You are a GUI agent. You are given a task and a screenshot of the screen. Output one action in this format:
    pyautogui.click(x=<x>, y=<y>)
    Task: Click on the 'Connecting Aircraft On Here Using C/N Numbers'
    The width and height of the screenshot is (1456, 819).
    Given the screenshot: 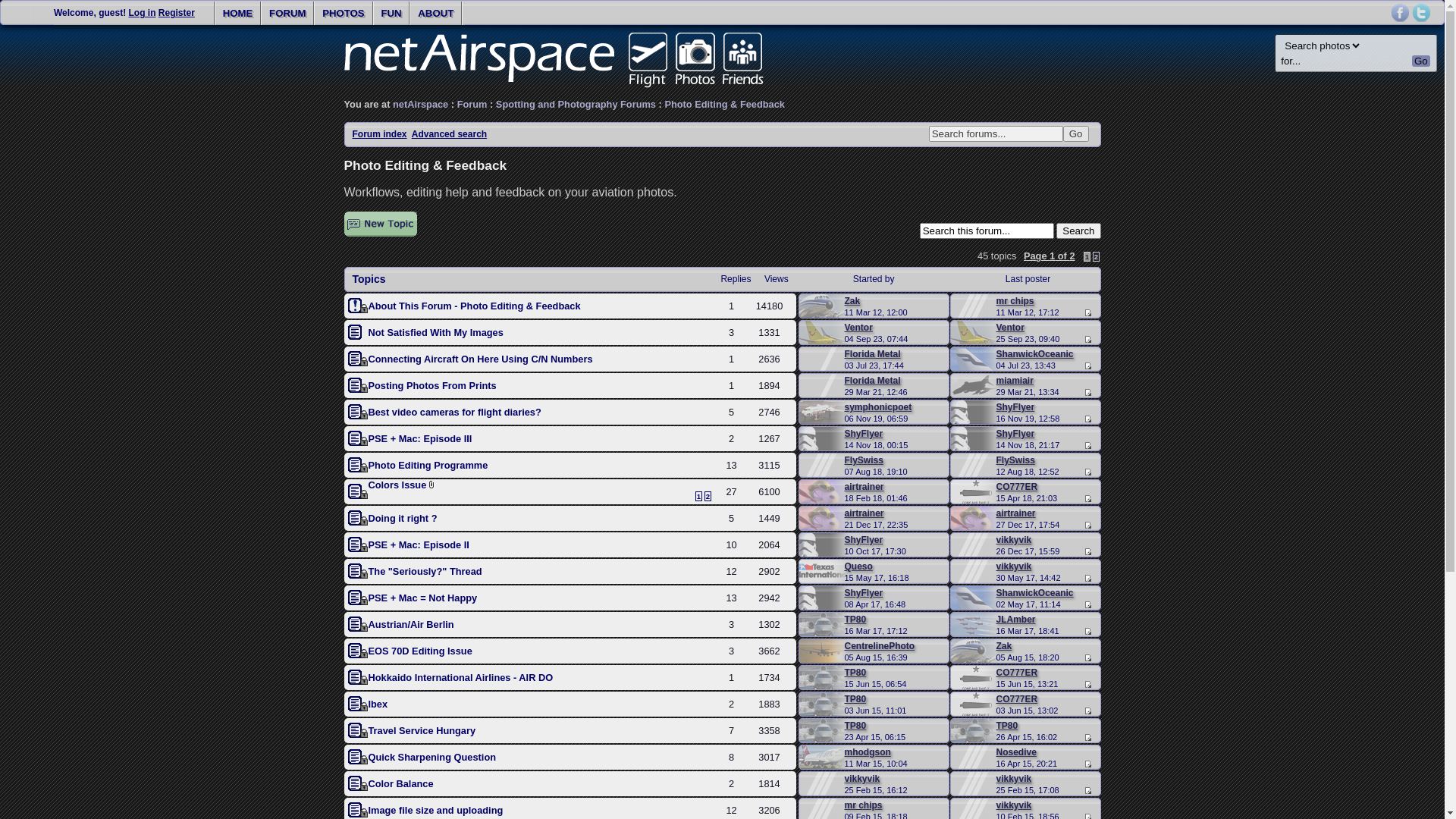 What is the action you would take?
    pyautogui.click(x=479, y=359)
    